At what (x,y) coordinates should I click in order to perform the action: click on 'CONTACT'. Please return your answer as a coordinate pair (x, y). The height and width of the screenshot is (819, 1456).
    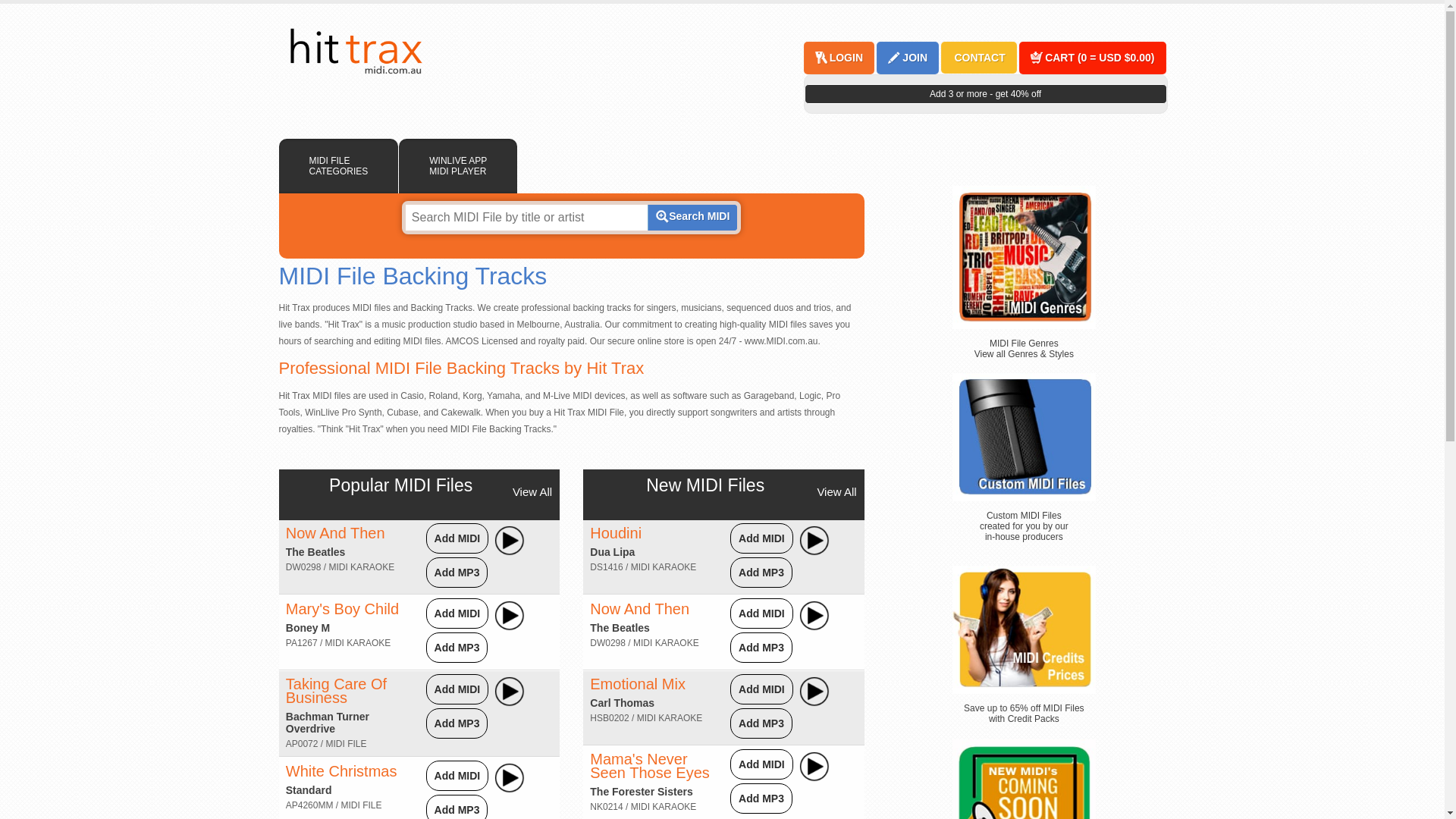
    Looking at the image, I should click on (978, 57).